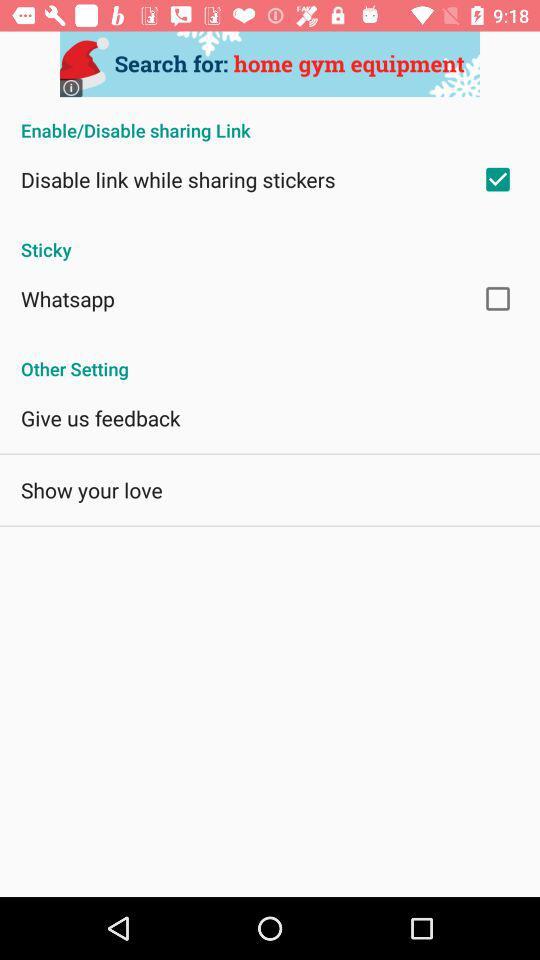  What do you see at coordinates (270, 120) in the screenshot?
I see `enable disable sharing item` at bounding box center [270, 120].